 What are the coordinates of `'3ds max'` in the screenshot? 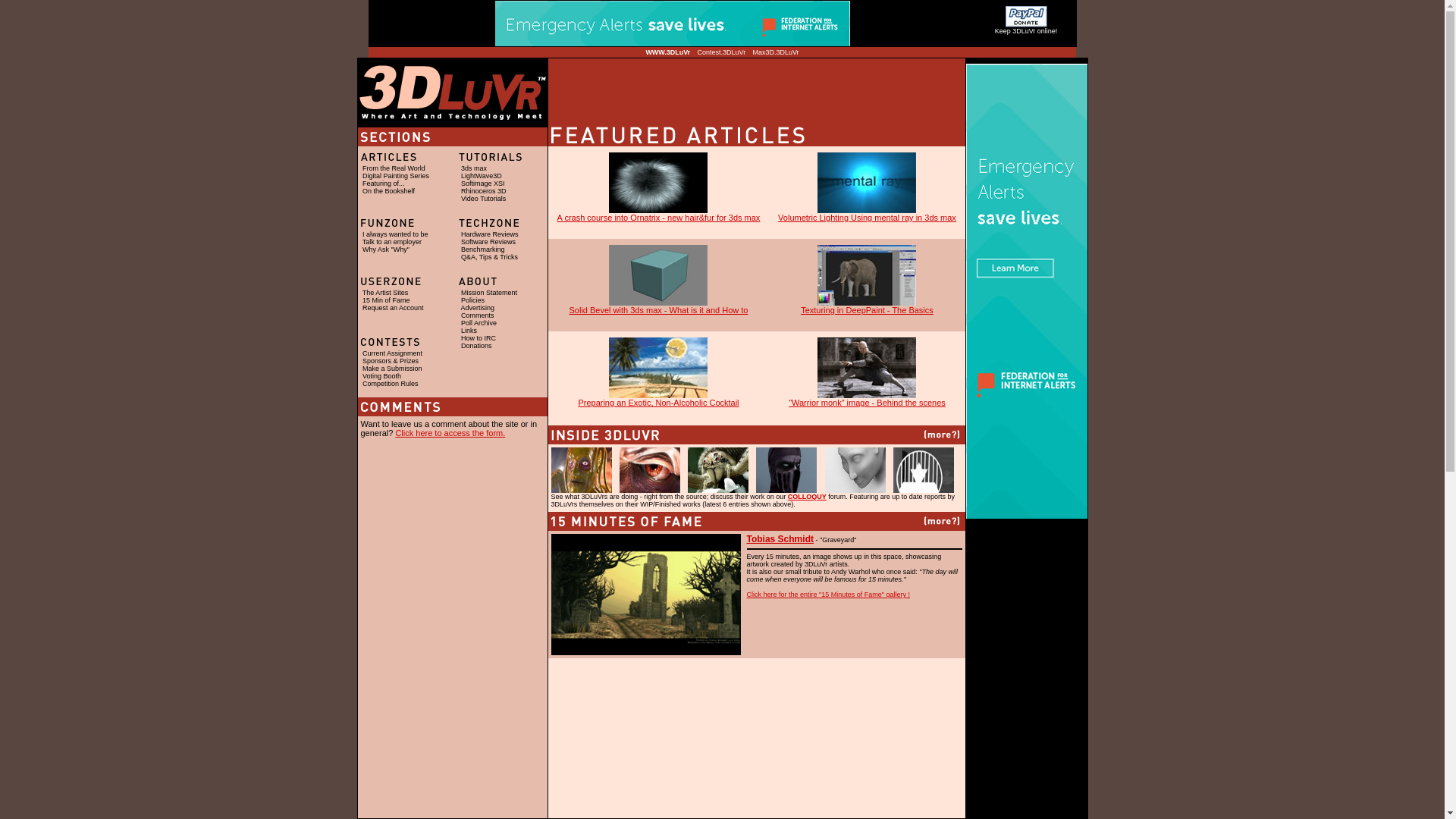 It's located at (472, 168).